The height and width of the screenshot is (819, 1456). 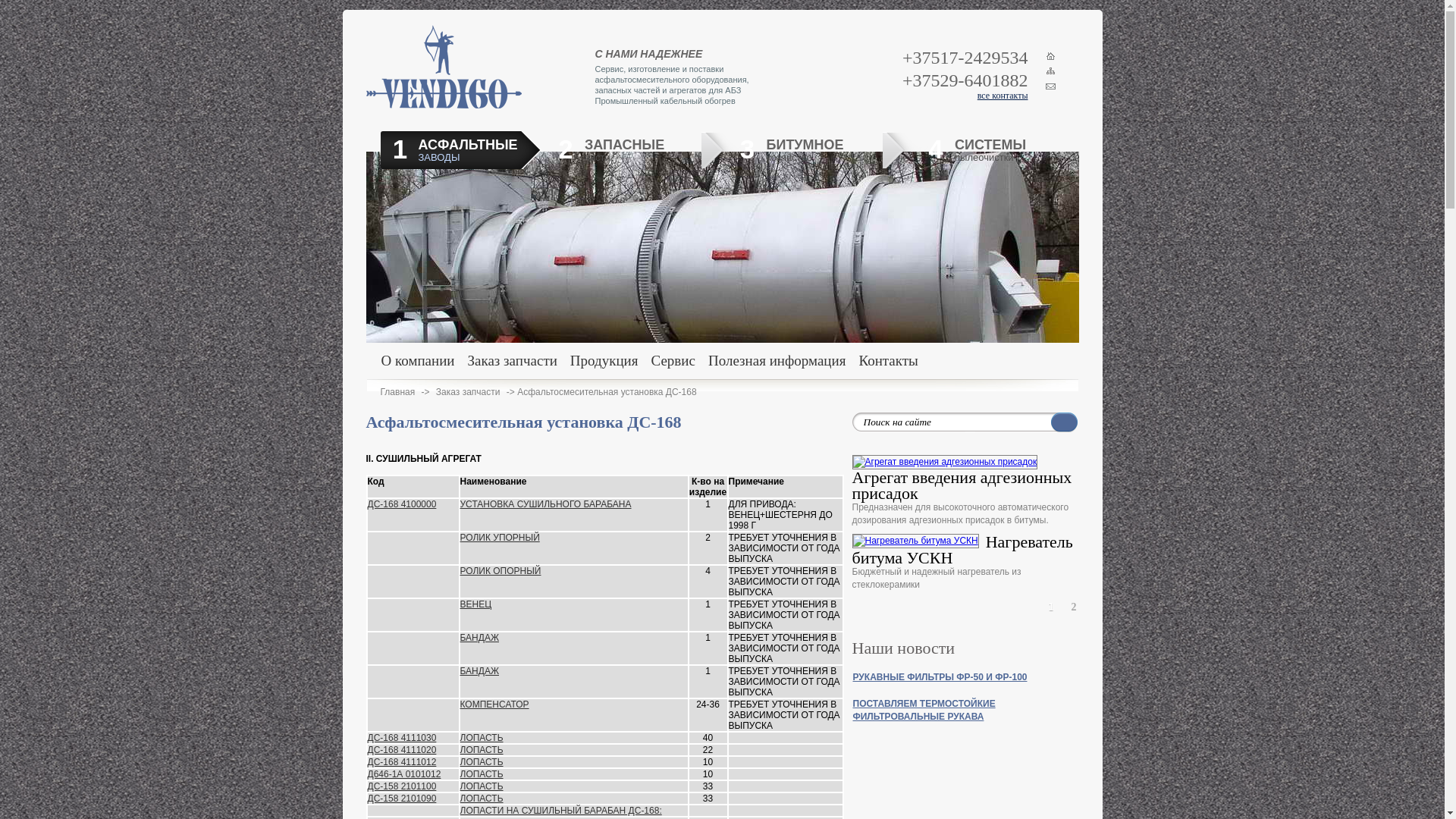 What do you see at coordinates (1050, 607) in the screenshot?
I see `'1'` at bounding box center [1050, 607].